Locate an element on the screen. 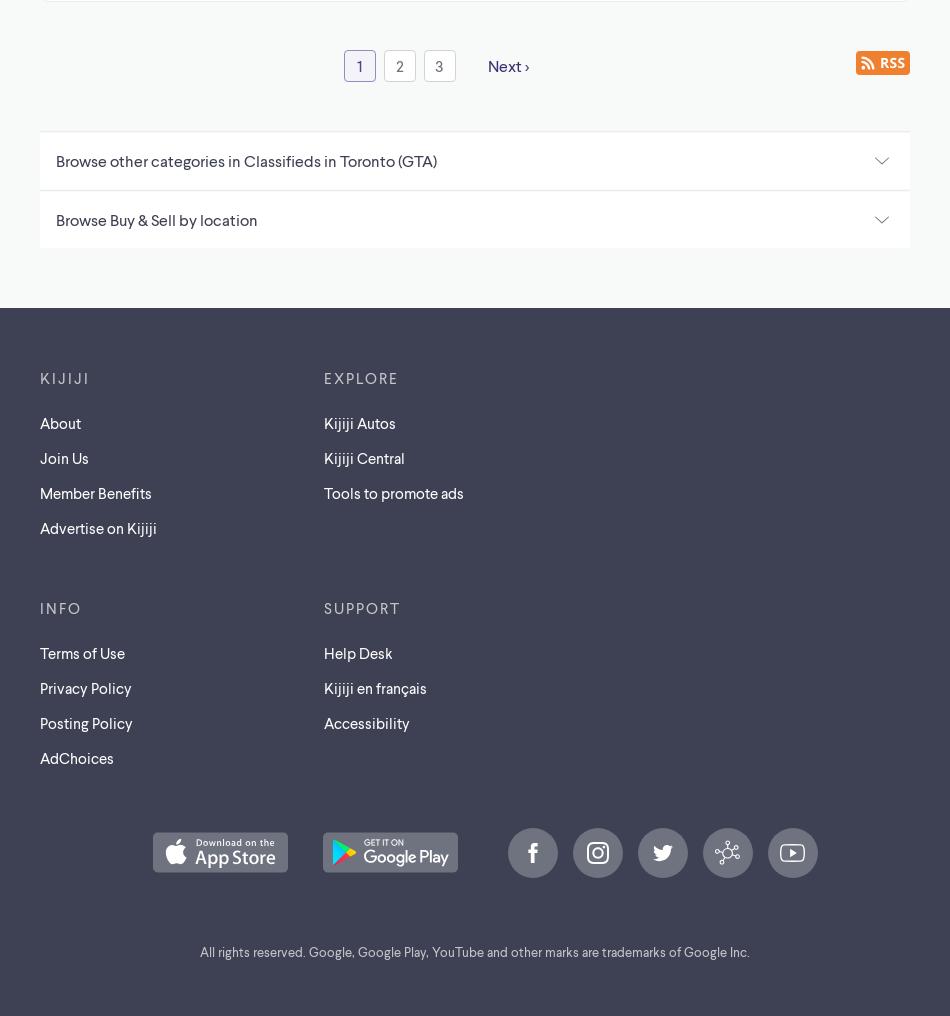 The height and width of the screenshot is (1016, 950). 'Help Desk' is located at coordinates (357, 650).